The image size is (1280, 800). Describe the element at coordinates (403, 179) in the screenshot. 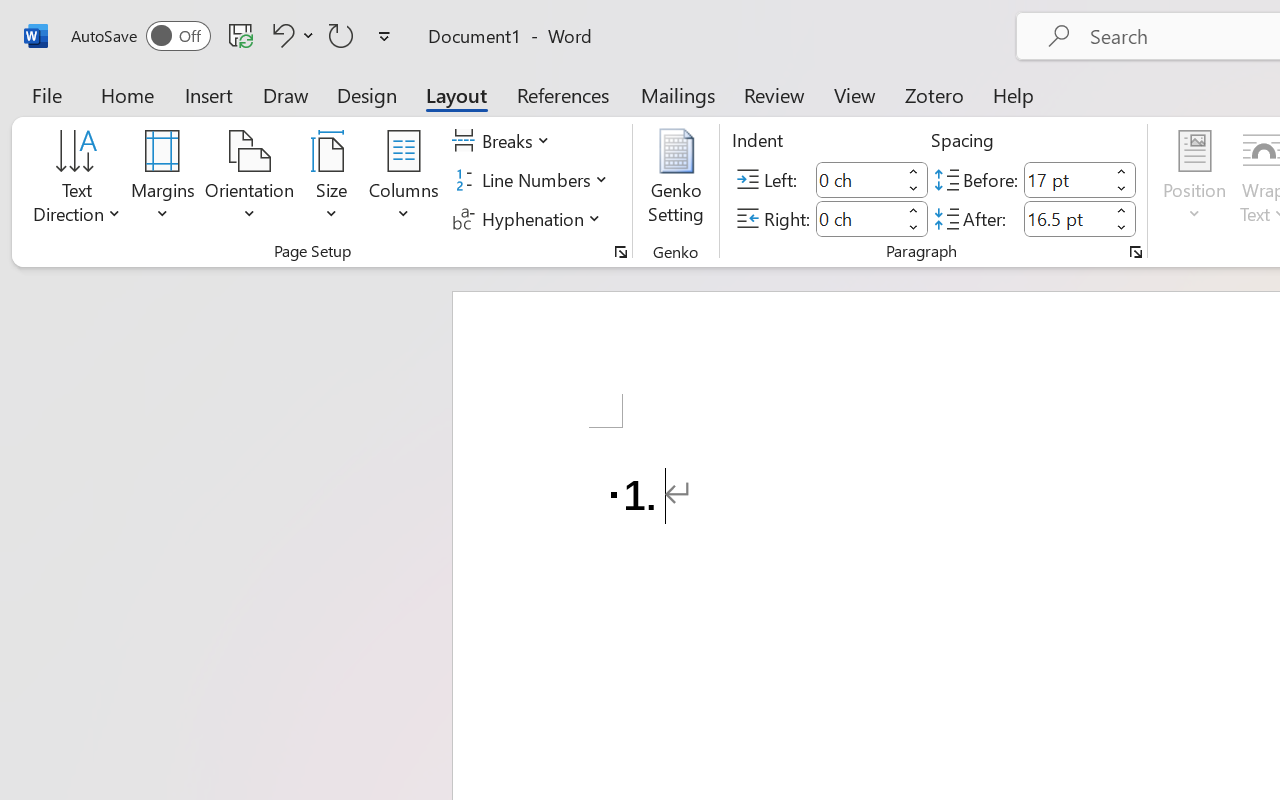

I see `'Columns'` at that location.